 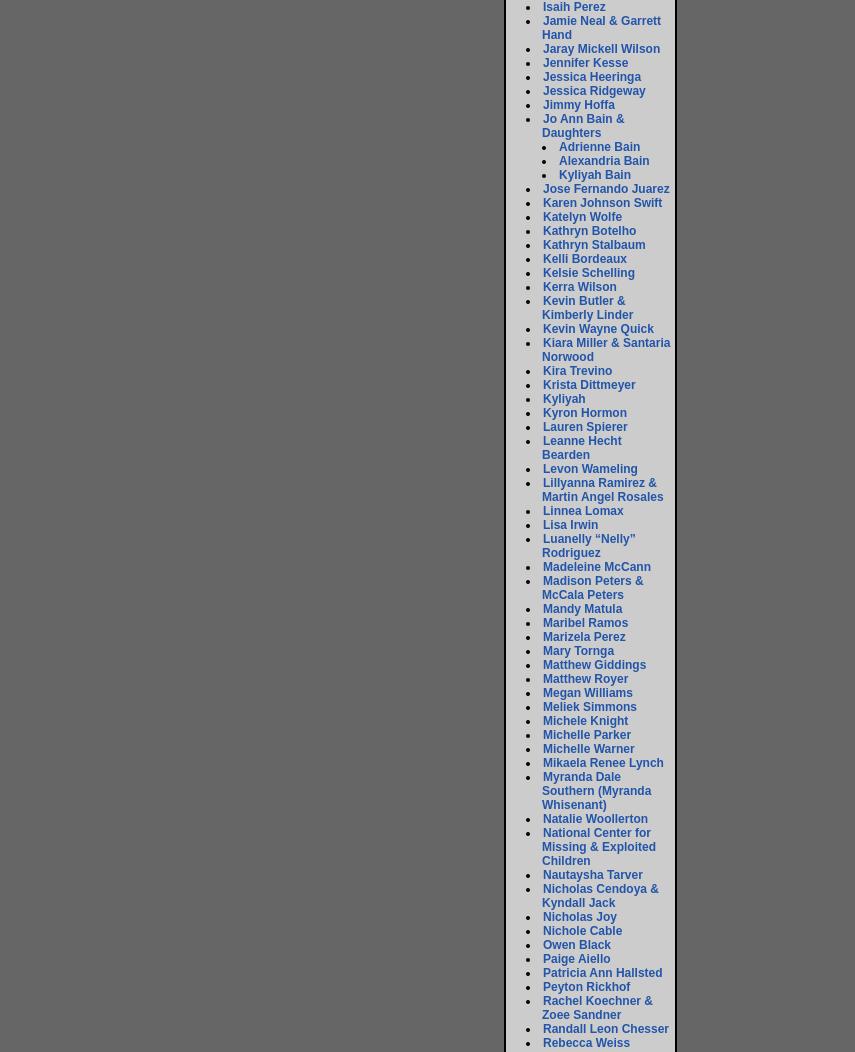 I want to click on 'Nicholas Cendoya & Kyndall Jack', so click(x=600, y=895).